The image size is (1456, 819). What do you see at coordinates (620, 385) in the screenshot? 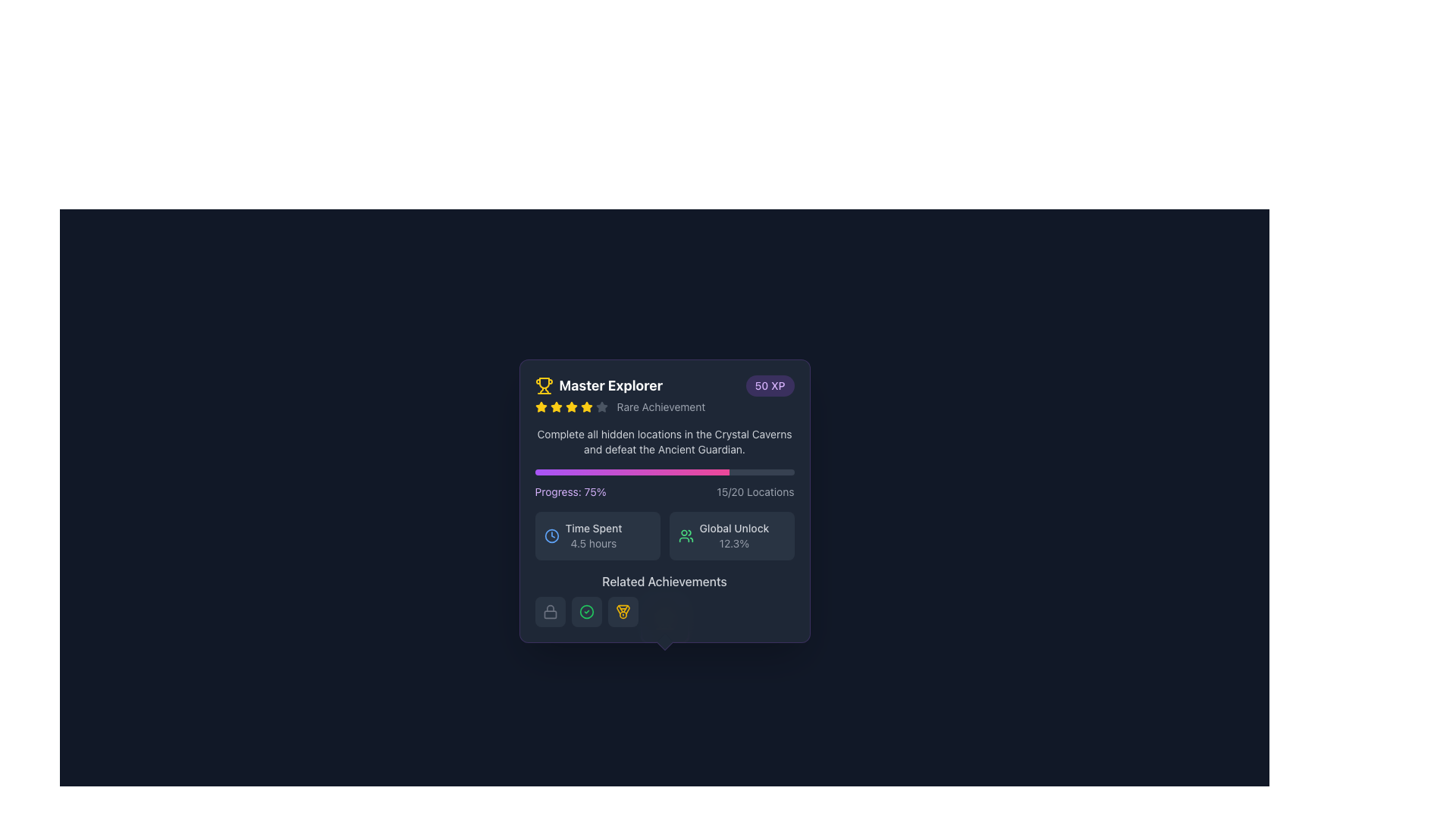
I see `the Title header with associated icon of the achievement card, which is located at the top left corner, adjacent to a purple badge displaying '50 XP'` at bounding box center [620, 385].